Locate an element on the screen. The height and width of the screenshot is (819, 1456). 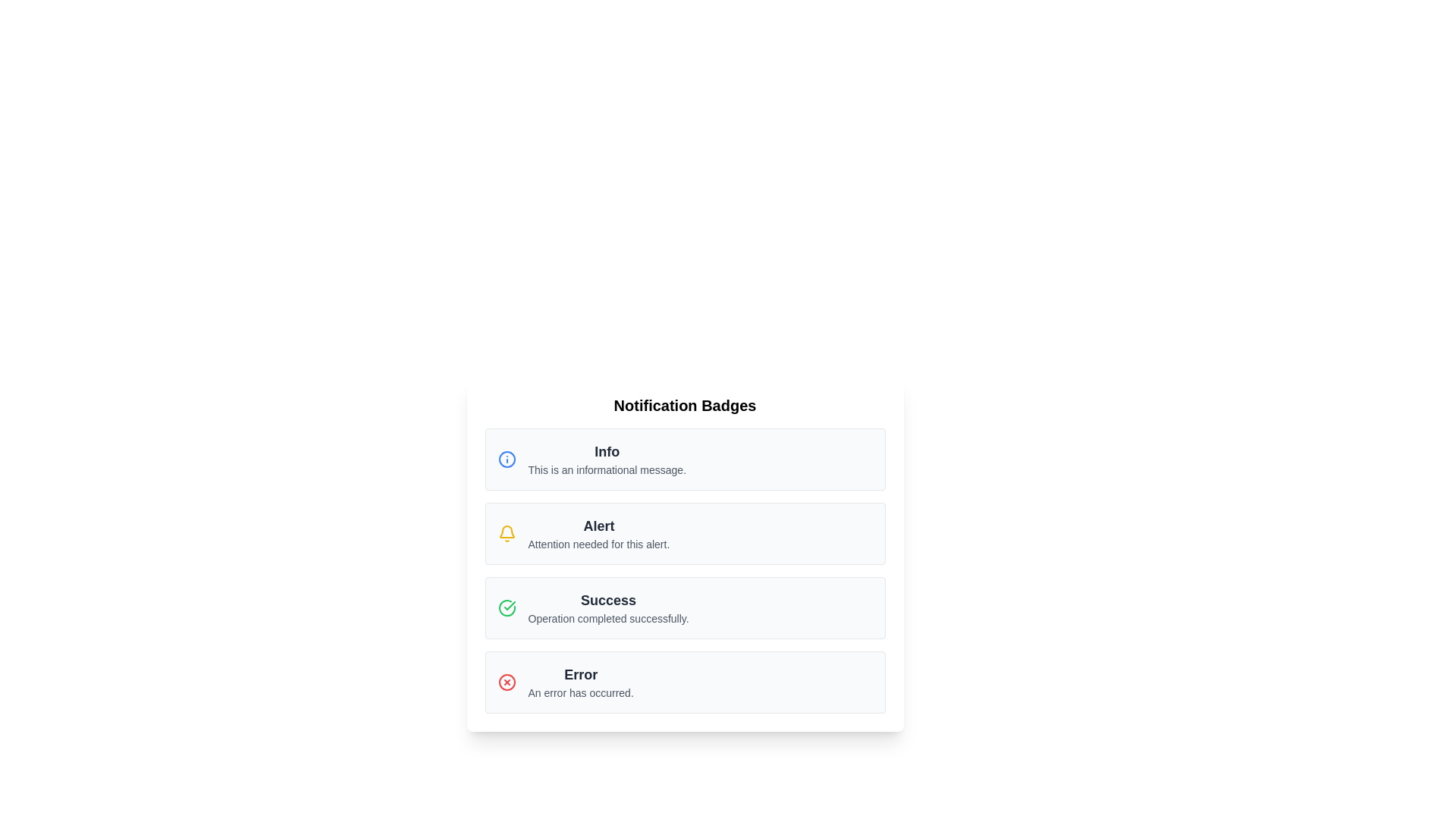
the error icon located within the error notification card in the 'Notification Badges' section, positioned to the left of the text 'Error' and 'An error has occurred.' is located at coordinates (507, 681).